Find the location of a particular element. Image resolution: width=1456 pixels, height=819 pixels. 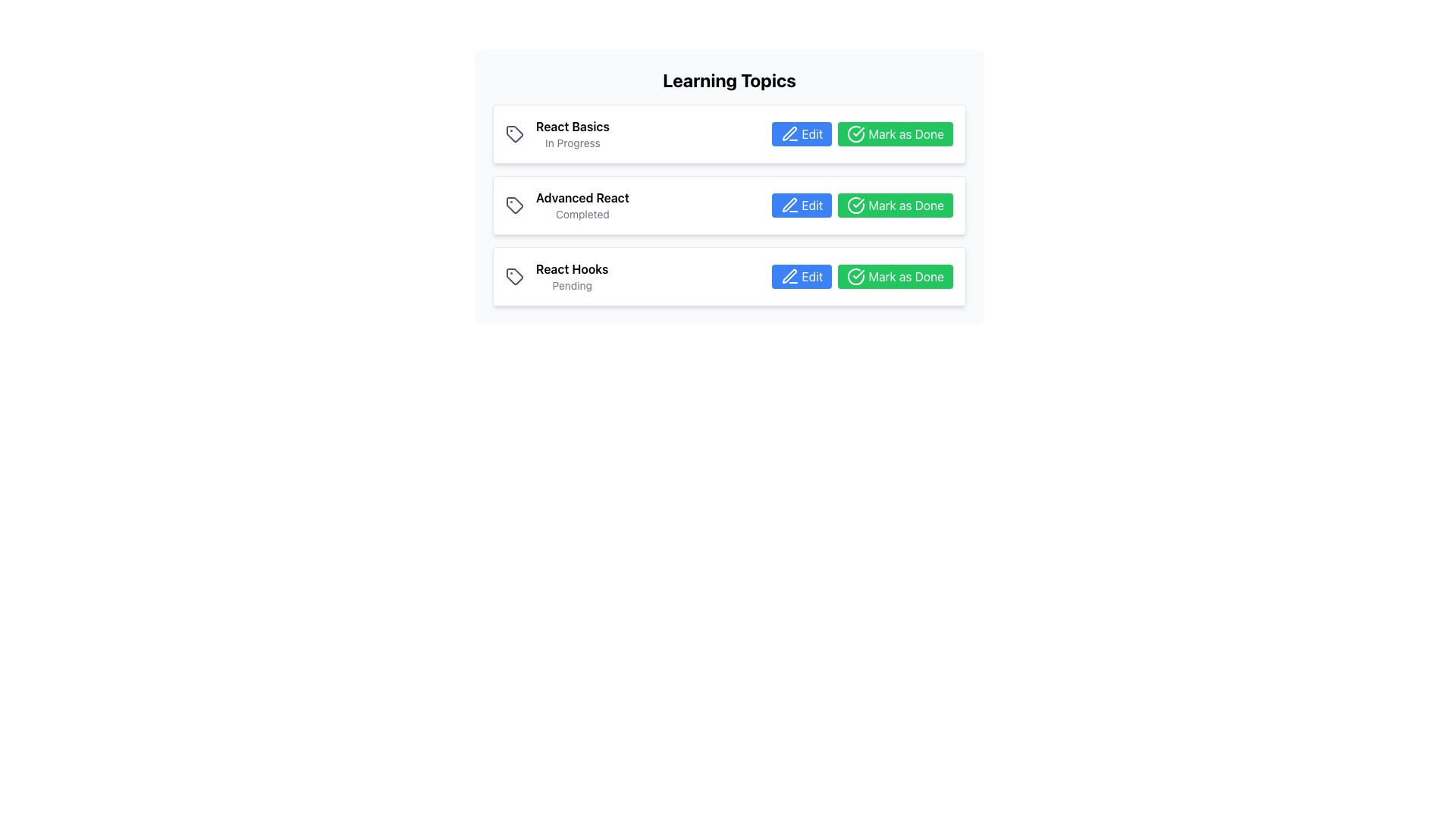

the label displaying the title 'React Hooks' with the status 'Pending' in the 'Learning Topics' section, which is the third item in the list is located at coordinates (556, 277).